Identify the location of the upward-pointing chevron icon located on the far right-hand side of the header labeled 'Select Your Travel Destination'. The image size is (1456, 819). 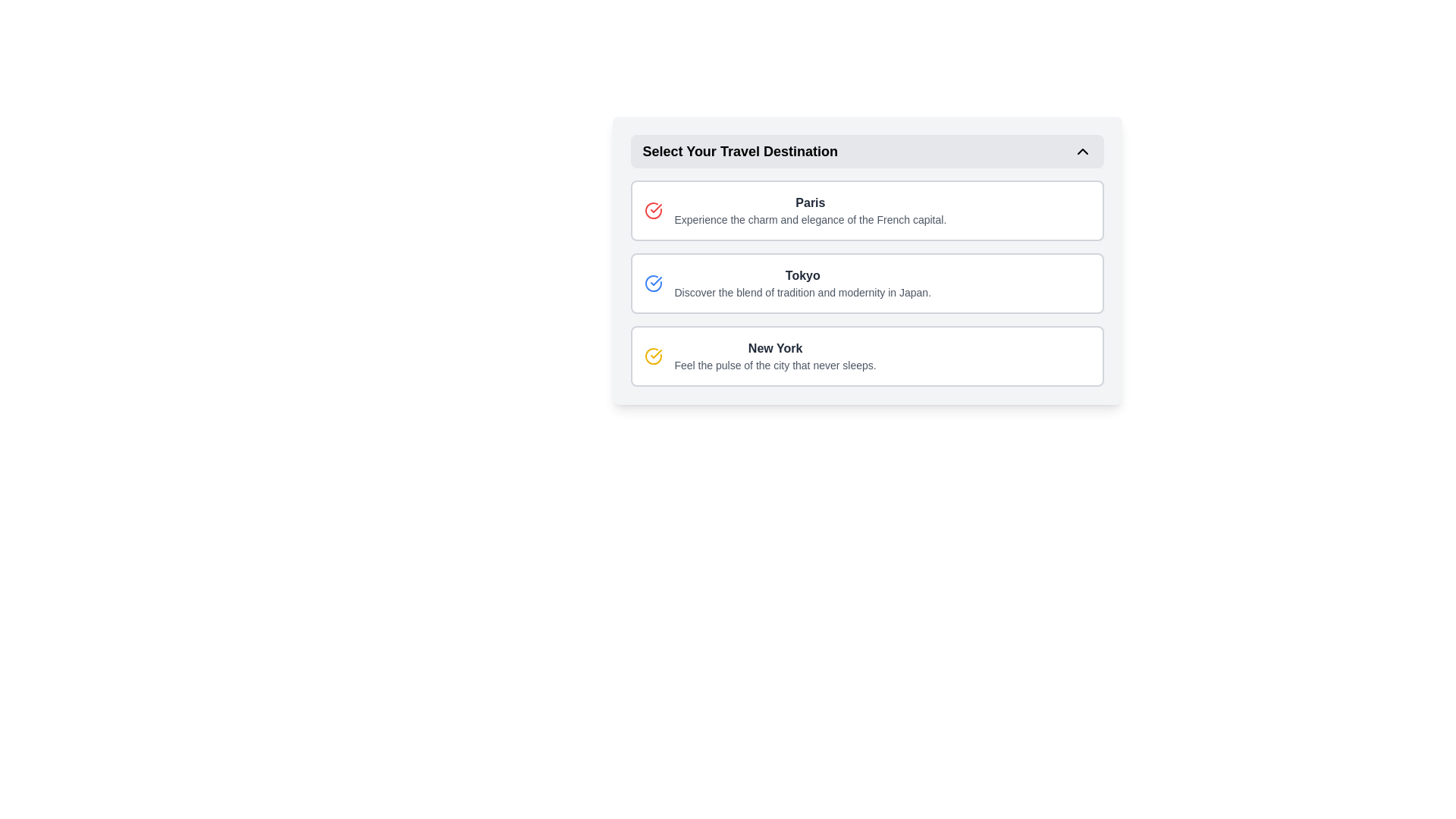
(1081, 152).